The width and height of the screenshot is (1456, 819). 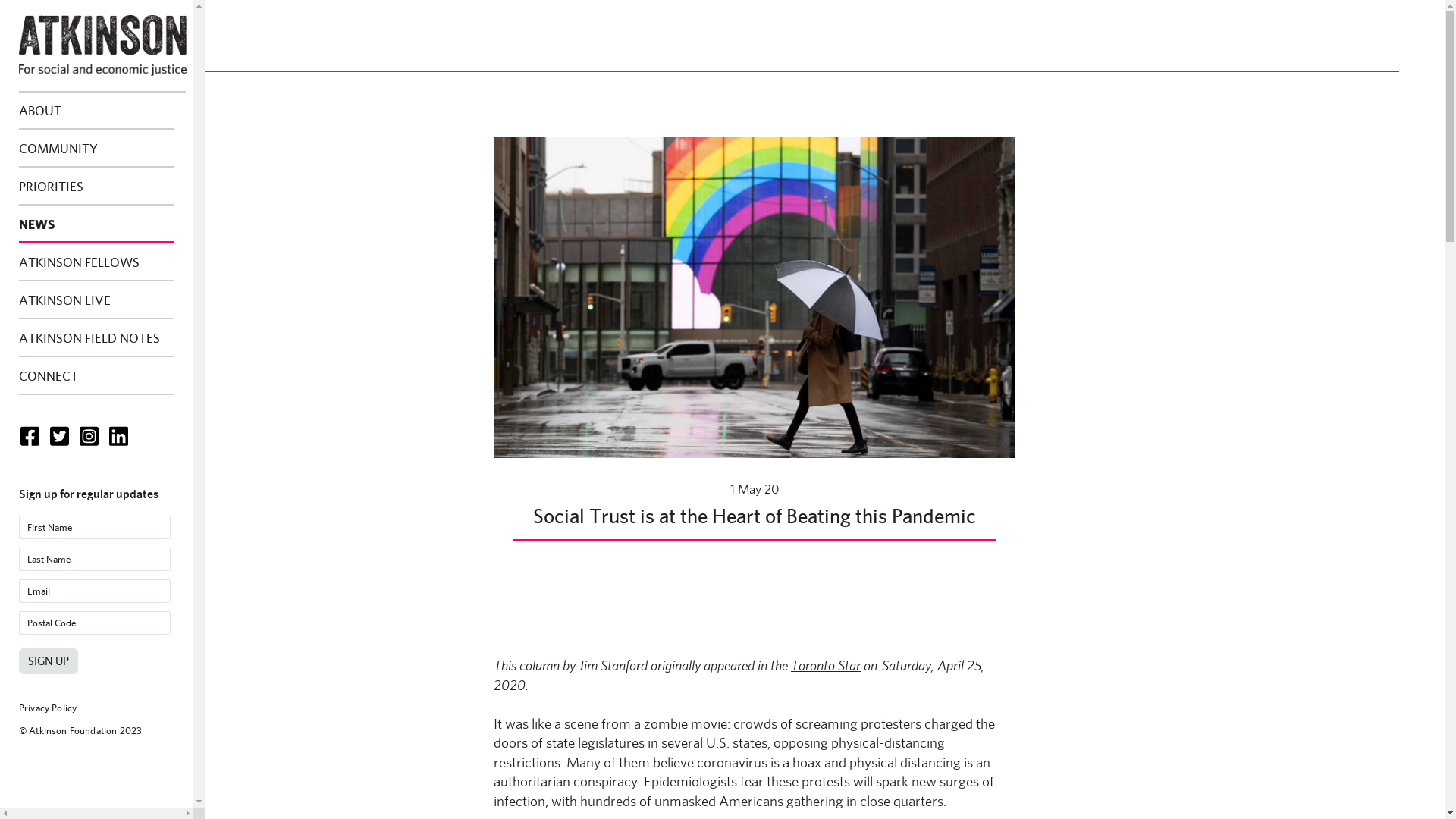 I want to click on '< NEWS', so click(x=86, y=58).